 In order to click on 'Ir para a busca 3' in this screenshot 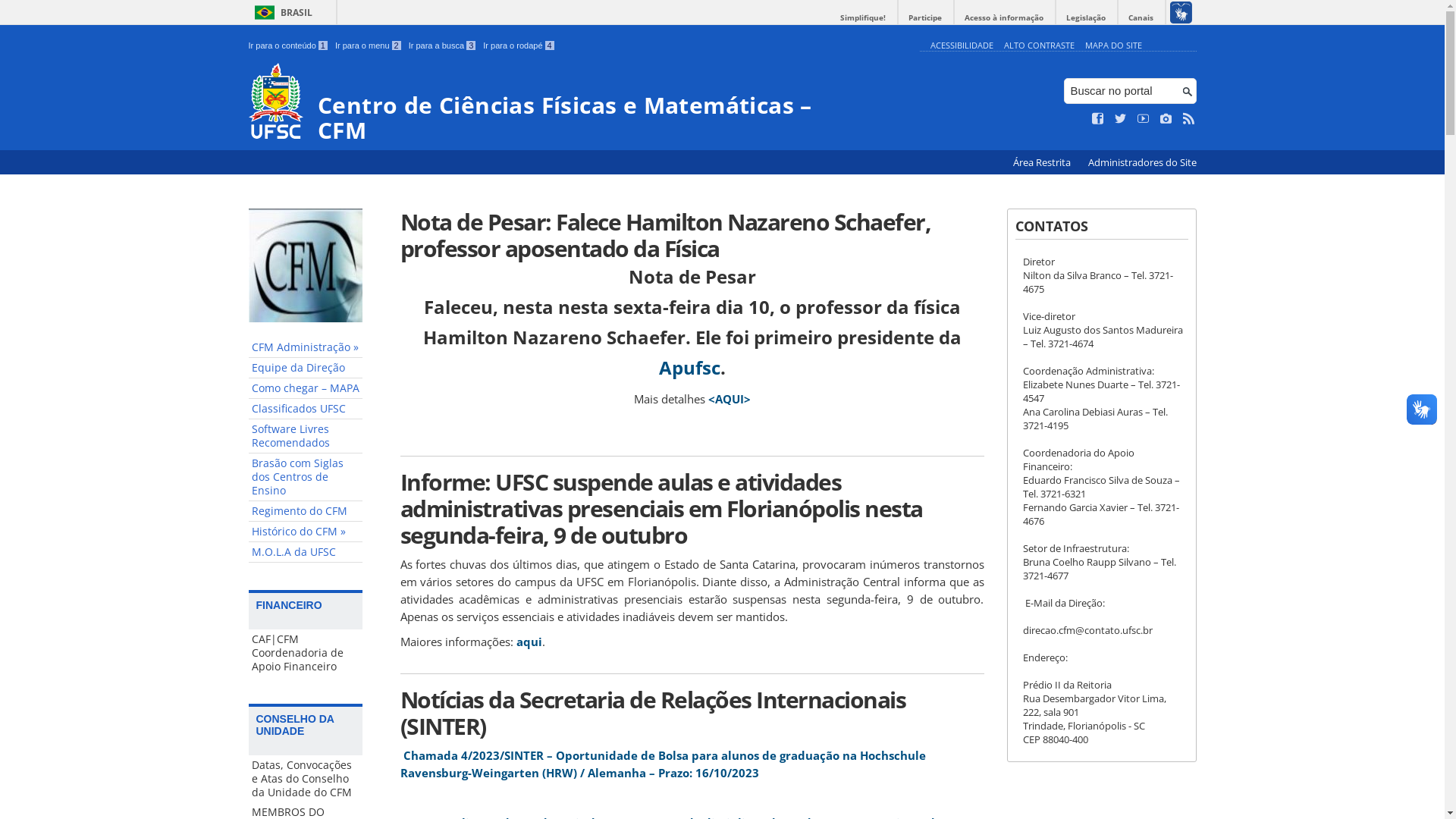, I will do `click(441, 45)`.